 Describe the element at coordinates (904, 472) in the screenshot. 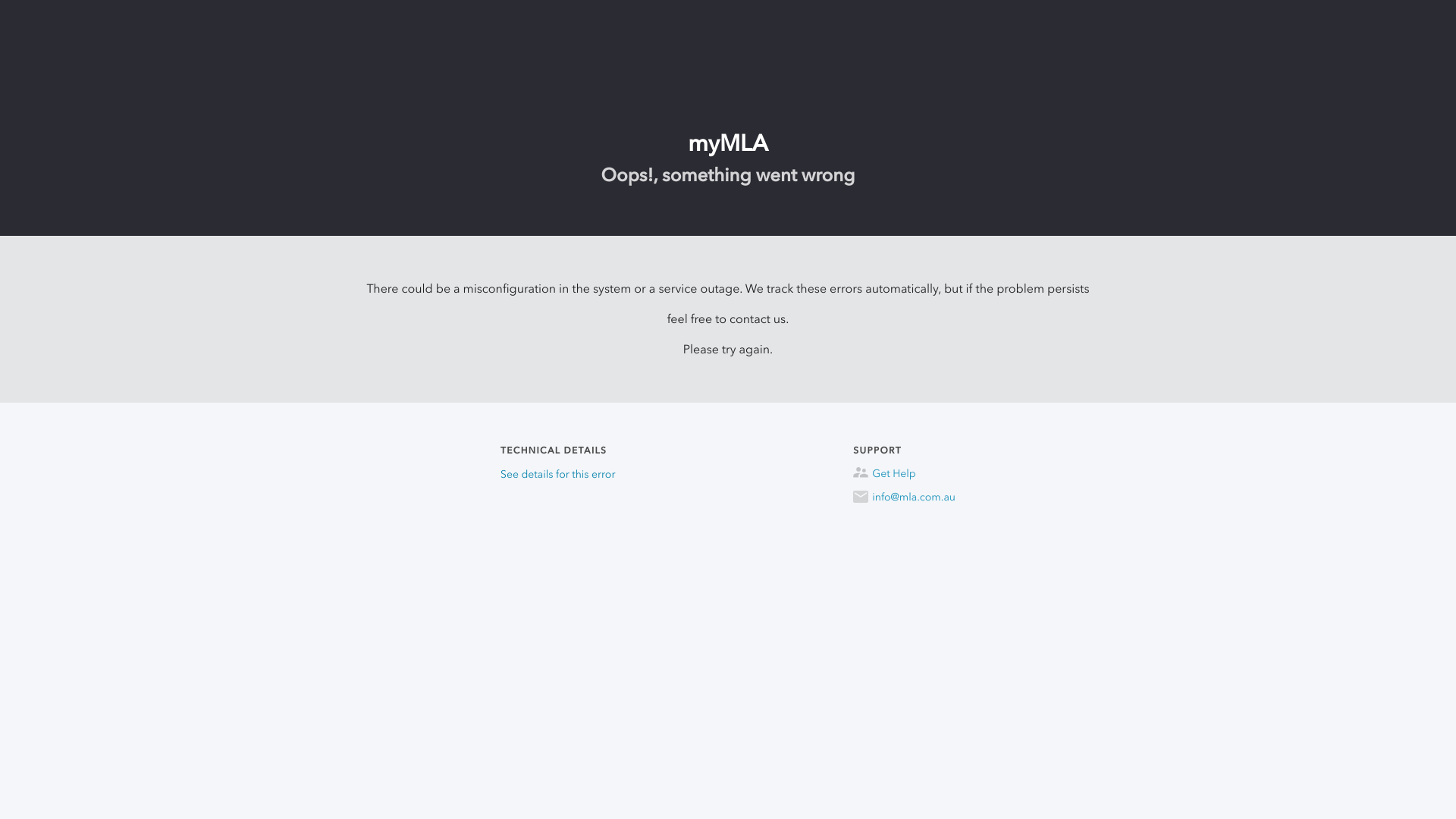

I see `'Get Help'` at that location.